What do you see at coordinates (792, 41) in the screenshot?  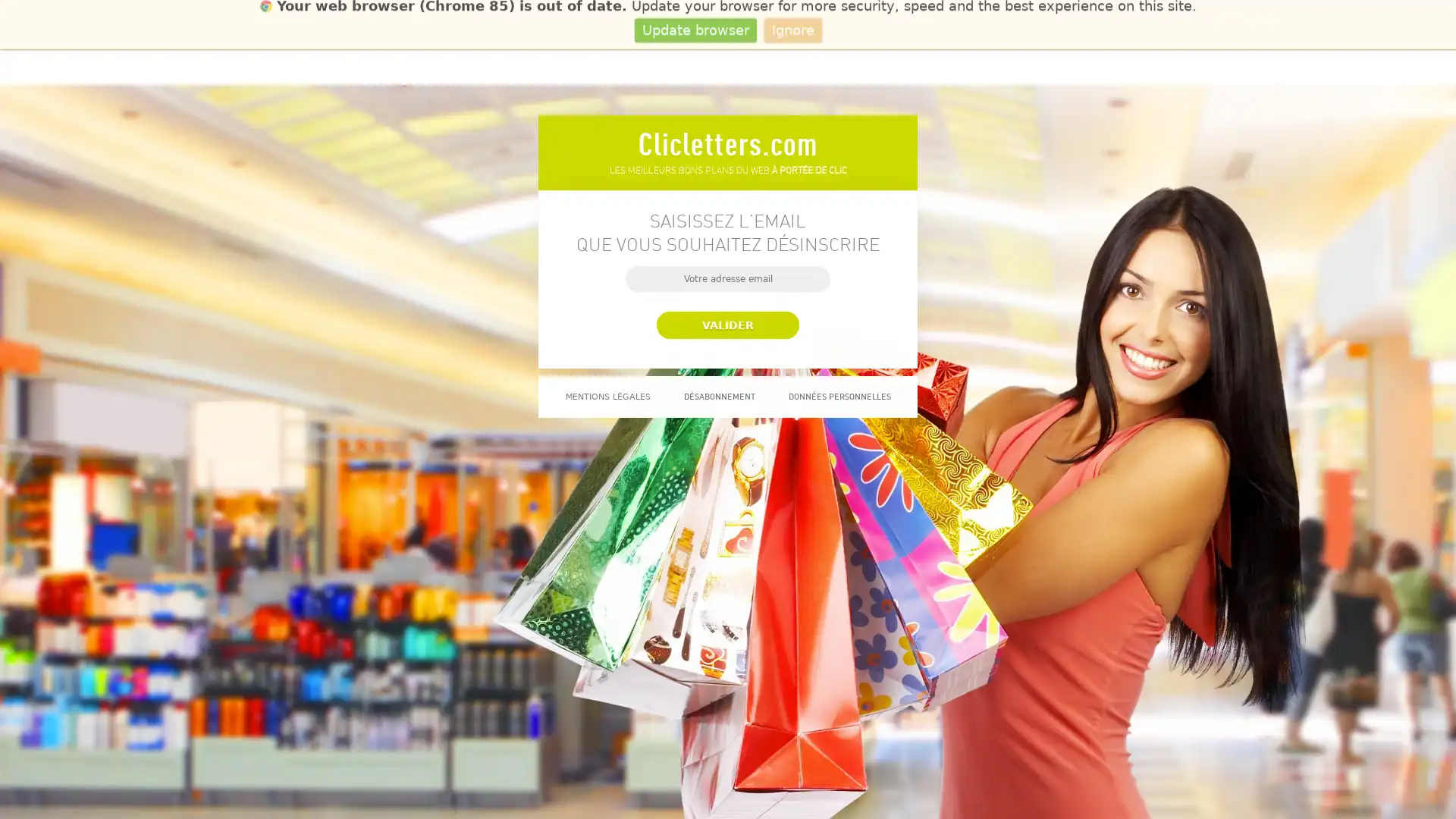 I see `Ignore` at bounding box center [792, 41].